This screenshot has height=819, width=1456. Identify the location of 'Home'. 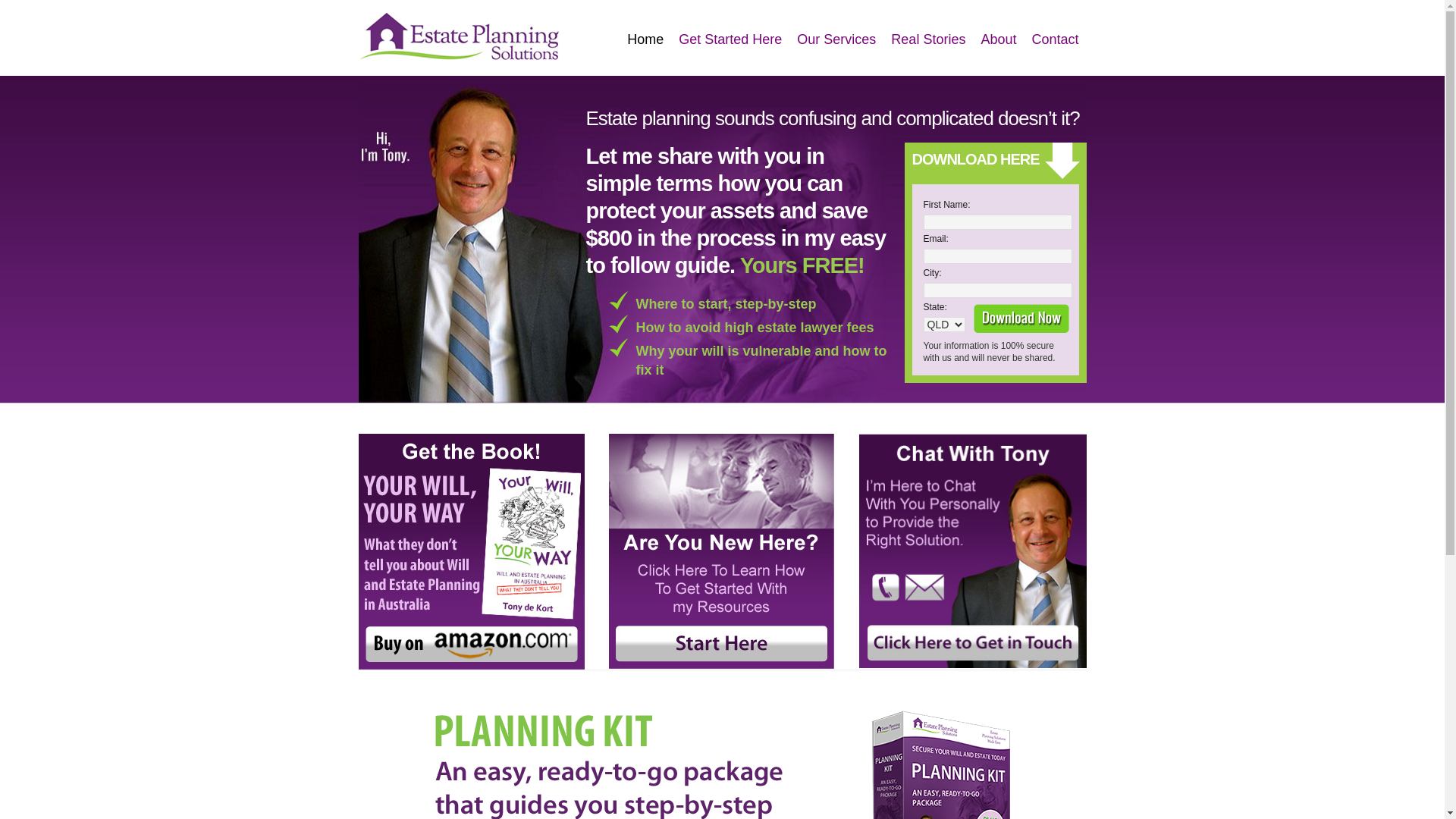
(645, 39).